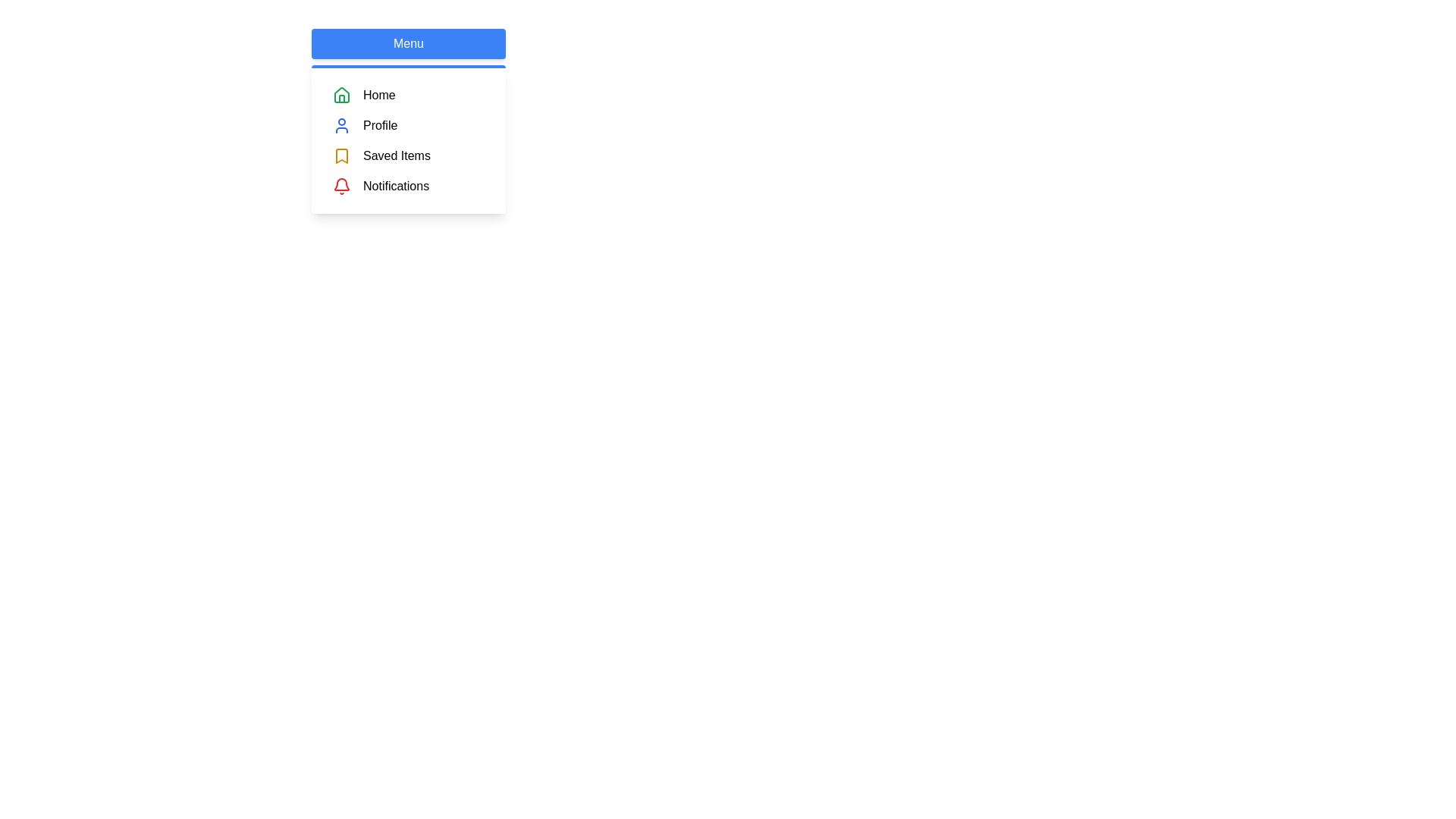 Image resolution: width=1456 pixels, height=819 pixels. I want to click on the menu item corresponding to Saved Items, so click(331, 155).